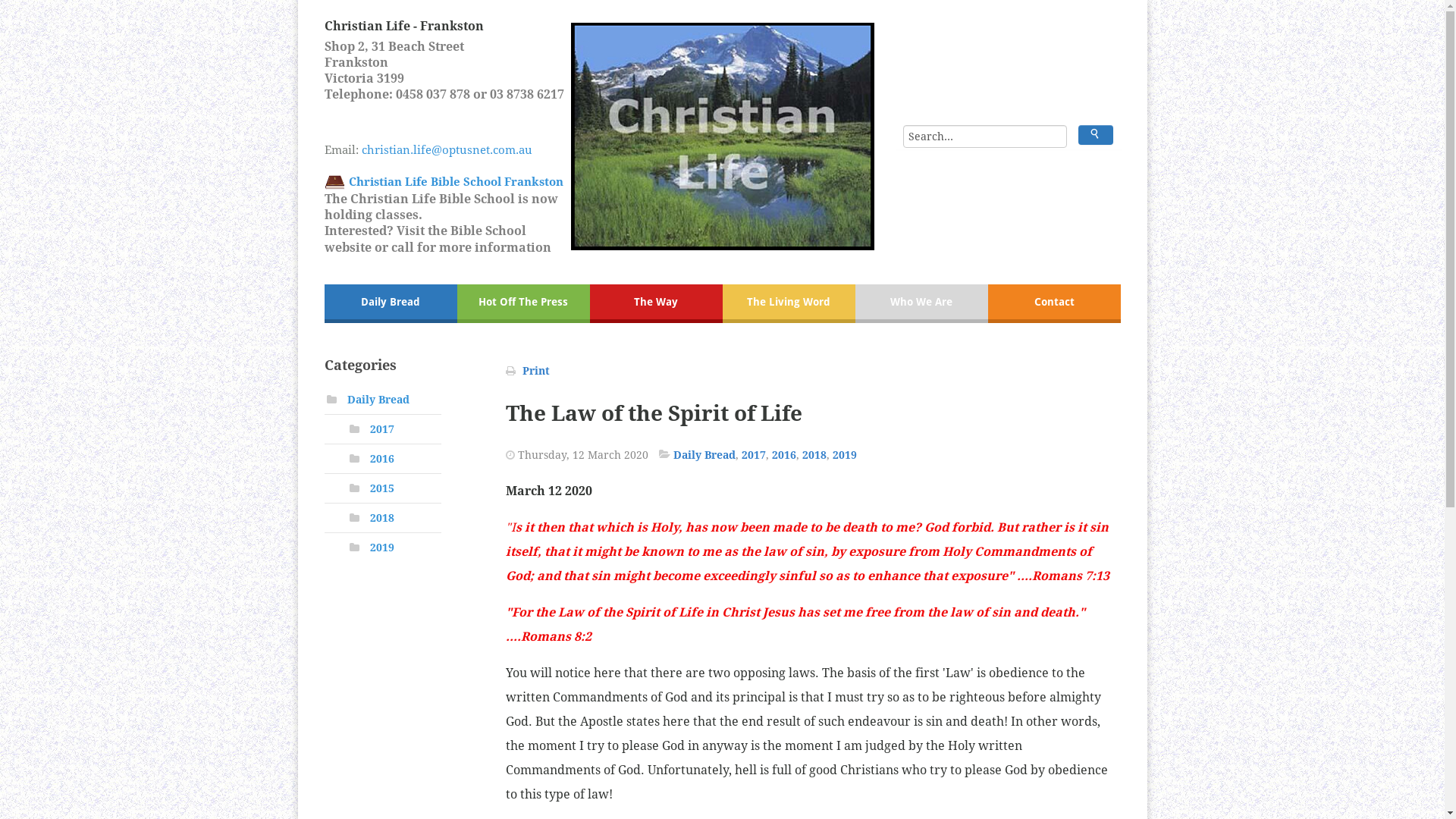 The height and width of the screenshot is (819, 1456). Describe the element at coordinates (370, 516) in the screenshot. I see `'2018'` at that location.